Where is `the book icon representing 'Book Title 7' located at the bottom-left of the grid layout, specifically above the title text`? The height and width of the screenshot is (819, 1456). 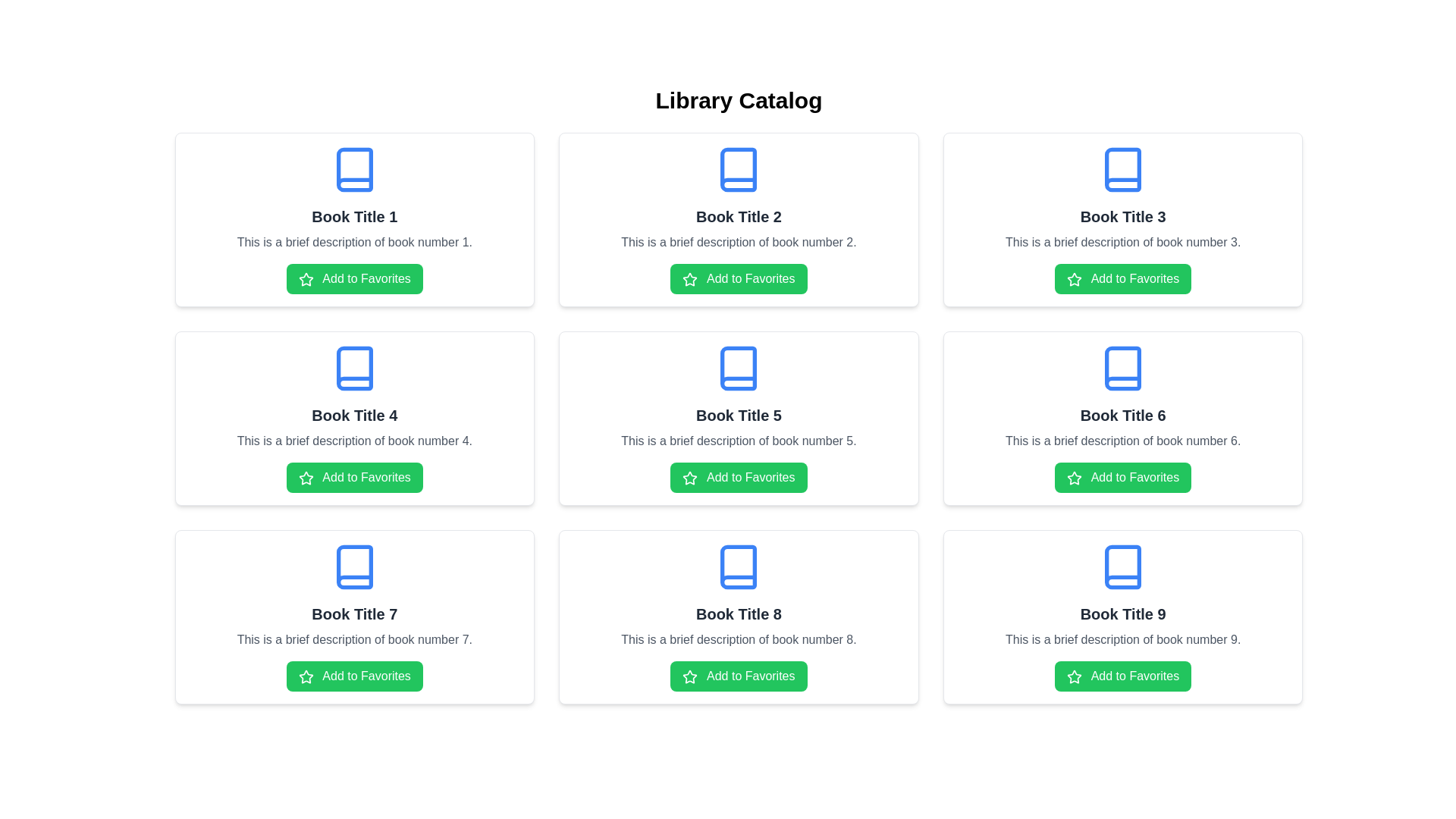
the book icon representing 'Book Title 7' located at the bottom-left of the grid layout, specifically above the title text is located at coordinates (353, 567).